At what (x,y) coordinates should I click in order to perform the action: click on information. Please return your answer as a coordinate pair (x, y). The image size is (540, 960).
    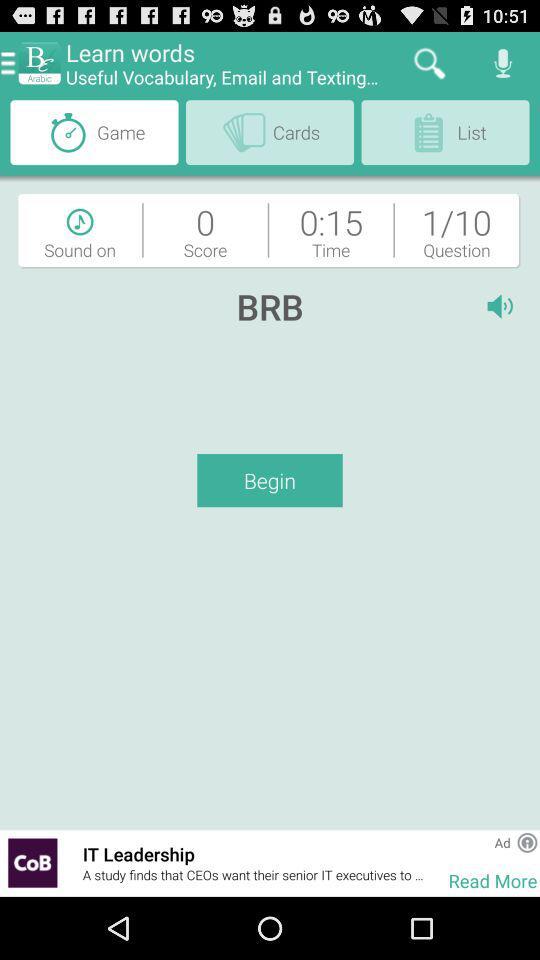
    Looking at the image, I should click on (527, 841).